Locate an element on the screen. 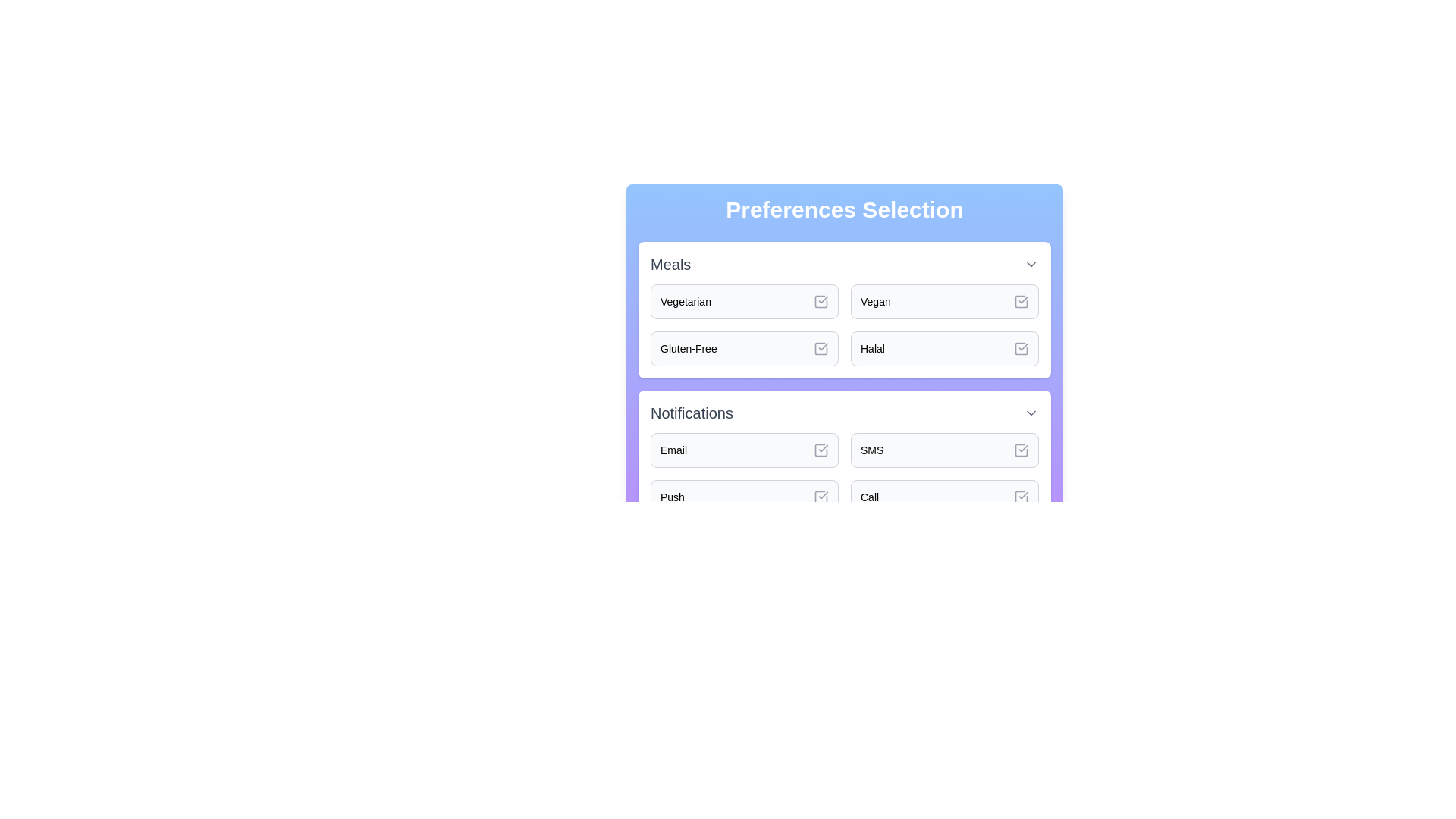  the 'Notifications' text label, which is styled in bold dark gray and located in the 'Preferences Selection' section for notification preferences is located at coordinates (691, 413).